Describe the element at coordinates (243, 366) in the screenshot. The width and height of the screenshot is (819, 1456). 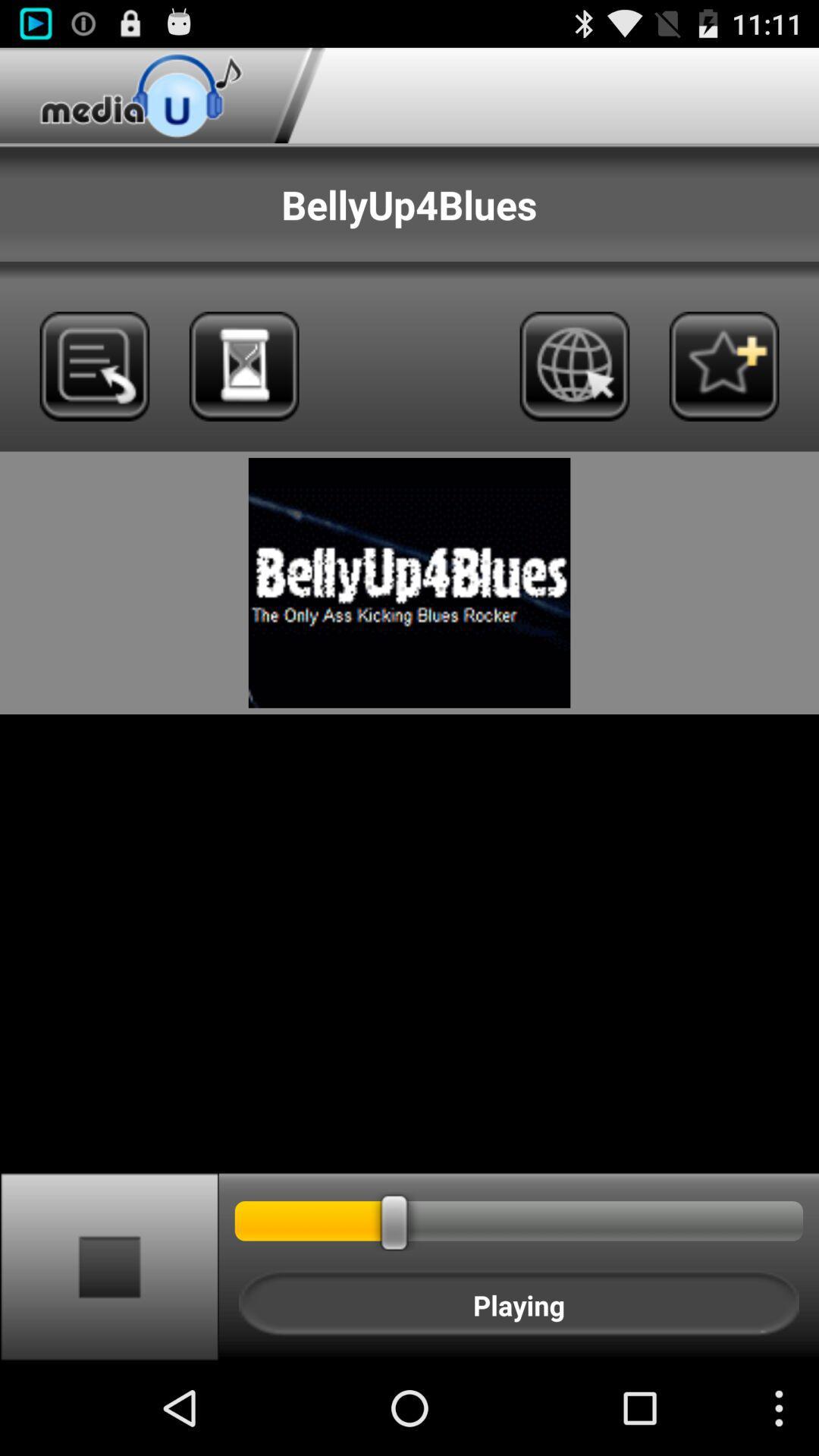
I see `set timer` at that location.